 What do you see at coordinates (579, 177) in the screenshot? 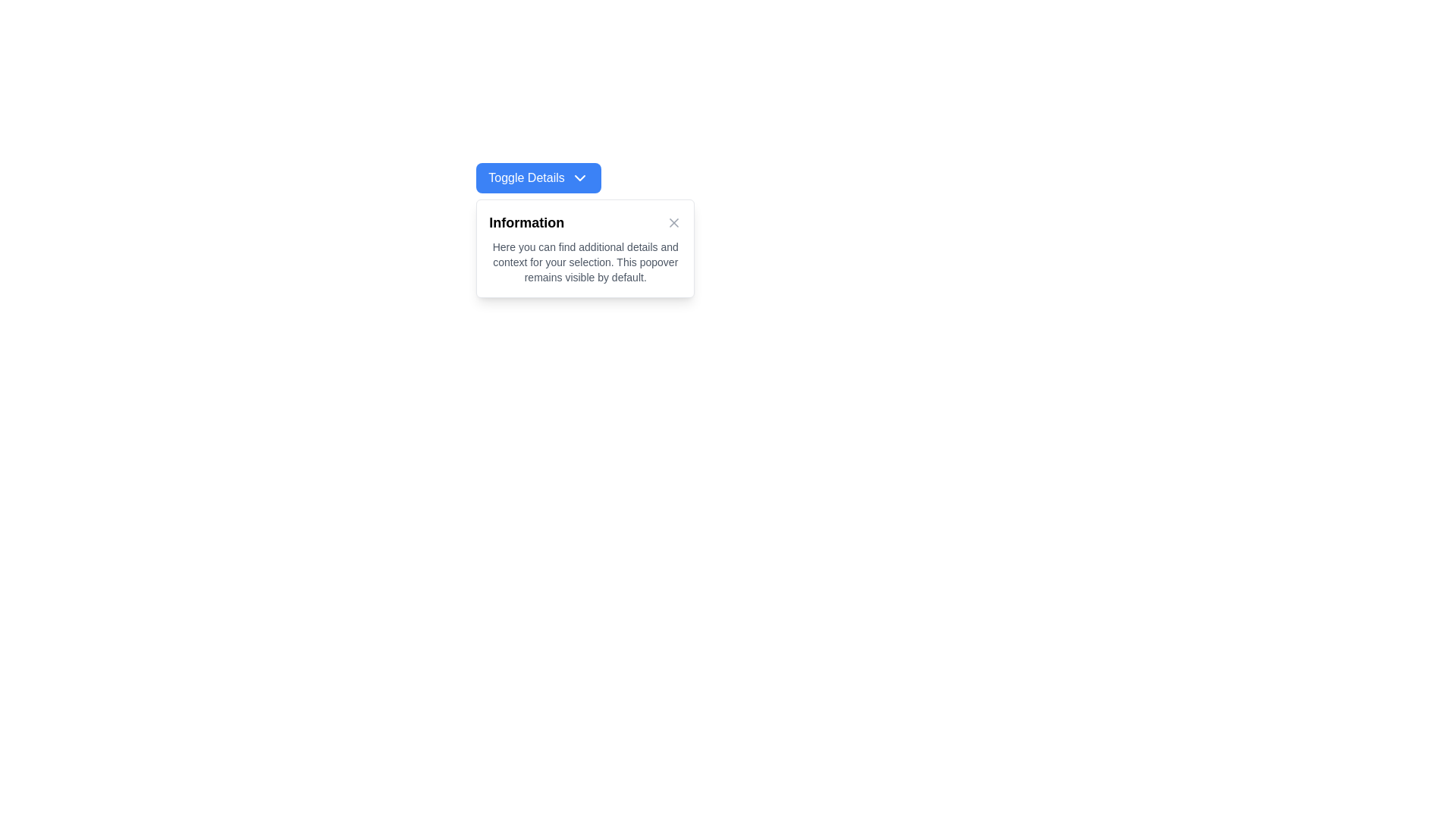
I see `the downward chevron icon located to the immediate right of the 'Toggle Details' text within the blue button labeled 'Toggle Details'` at bounding box center [579, 177].